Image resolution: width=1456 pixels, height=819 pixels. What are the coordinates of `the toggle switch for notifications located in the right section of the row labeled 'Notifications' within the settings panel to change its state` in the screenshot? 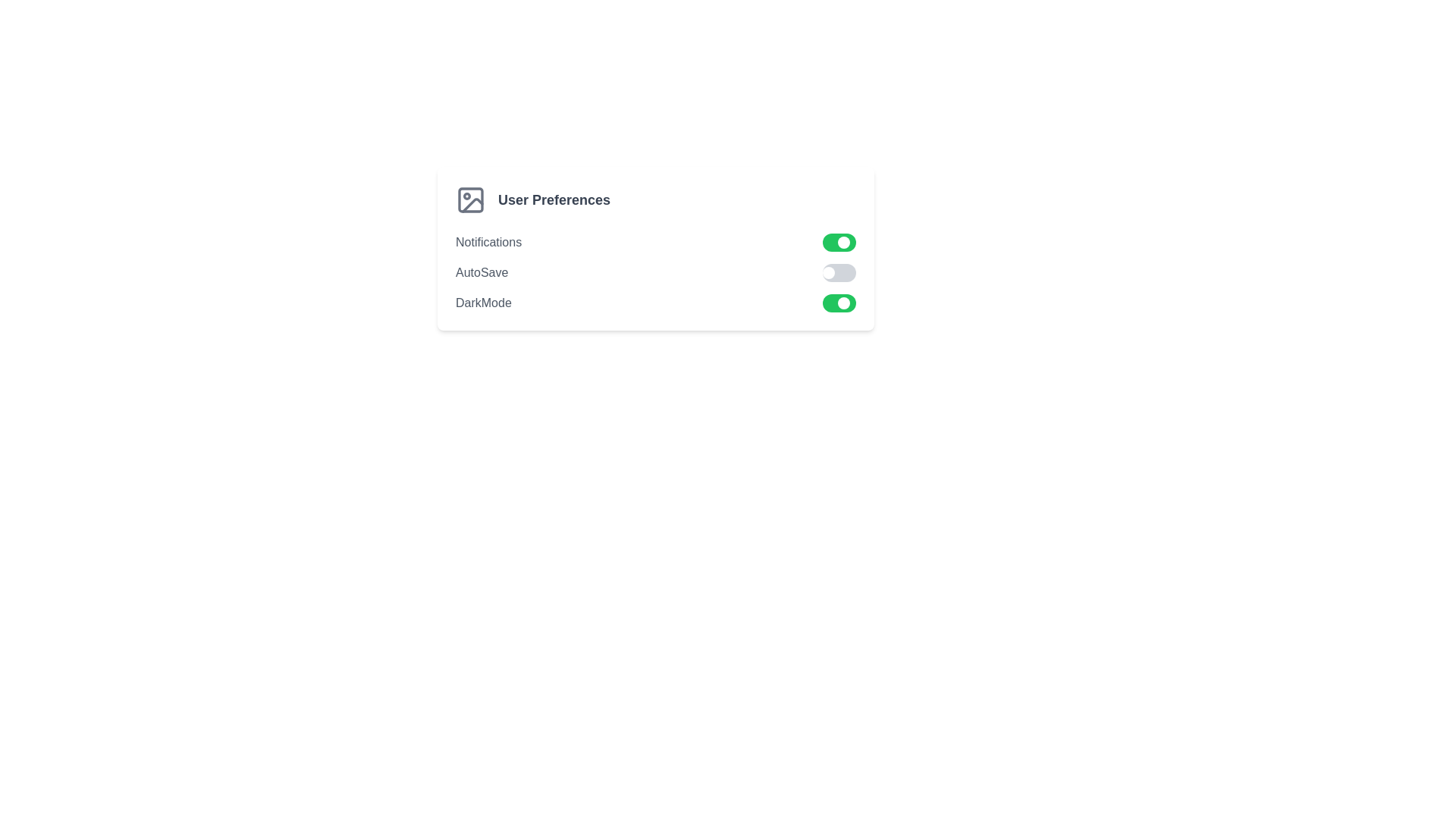 It's located at (839, 242).